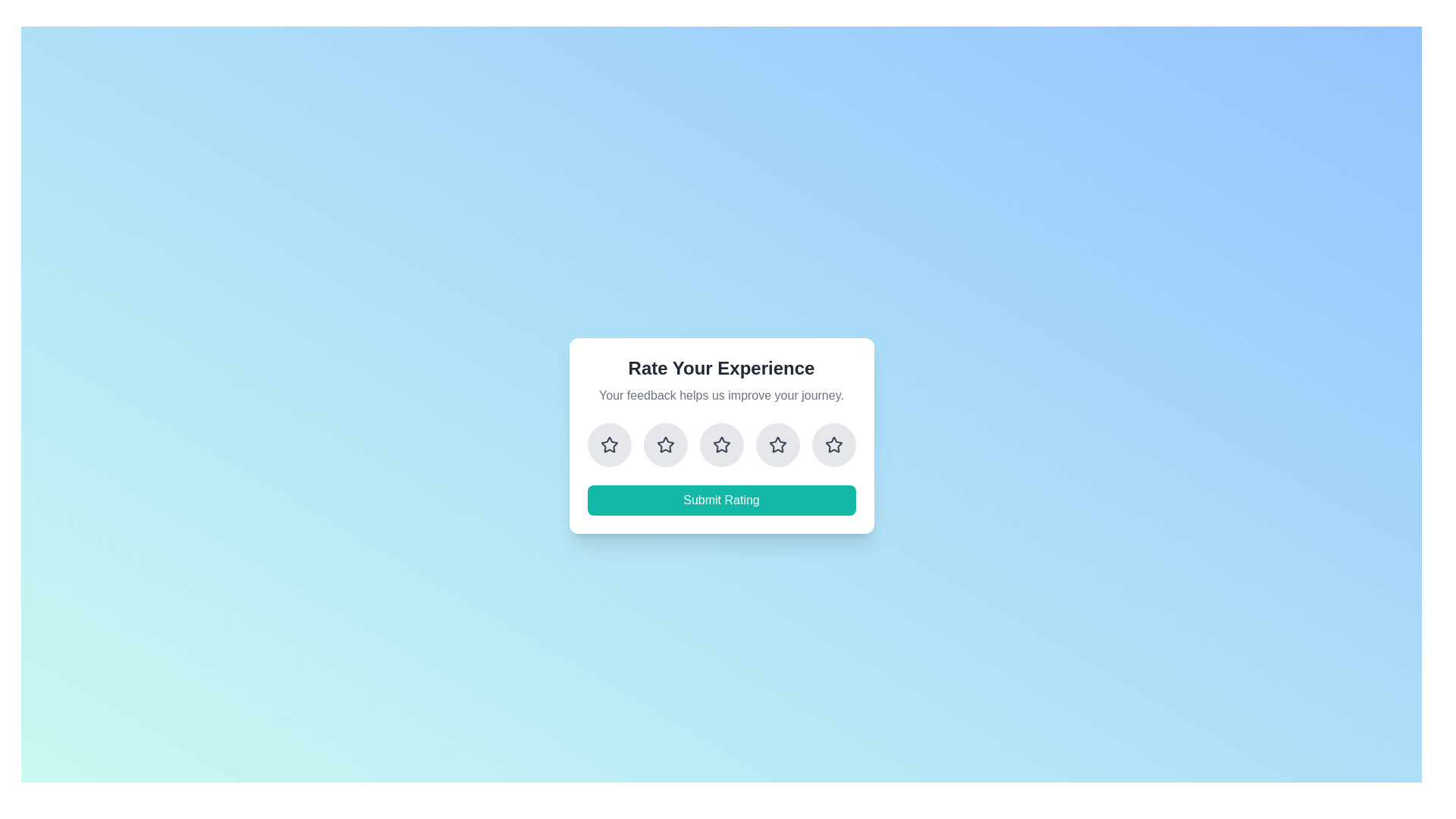  I want to click on the rating button corresponding to 4, so click(777, 444).